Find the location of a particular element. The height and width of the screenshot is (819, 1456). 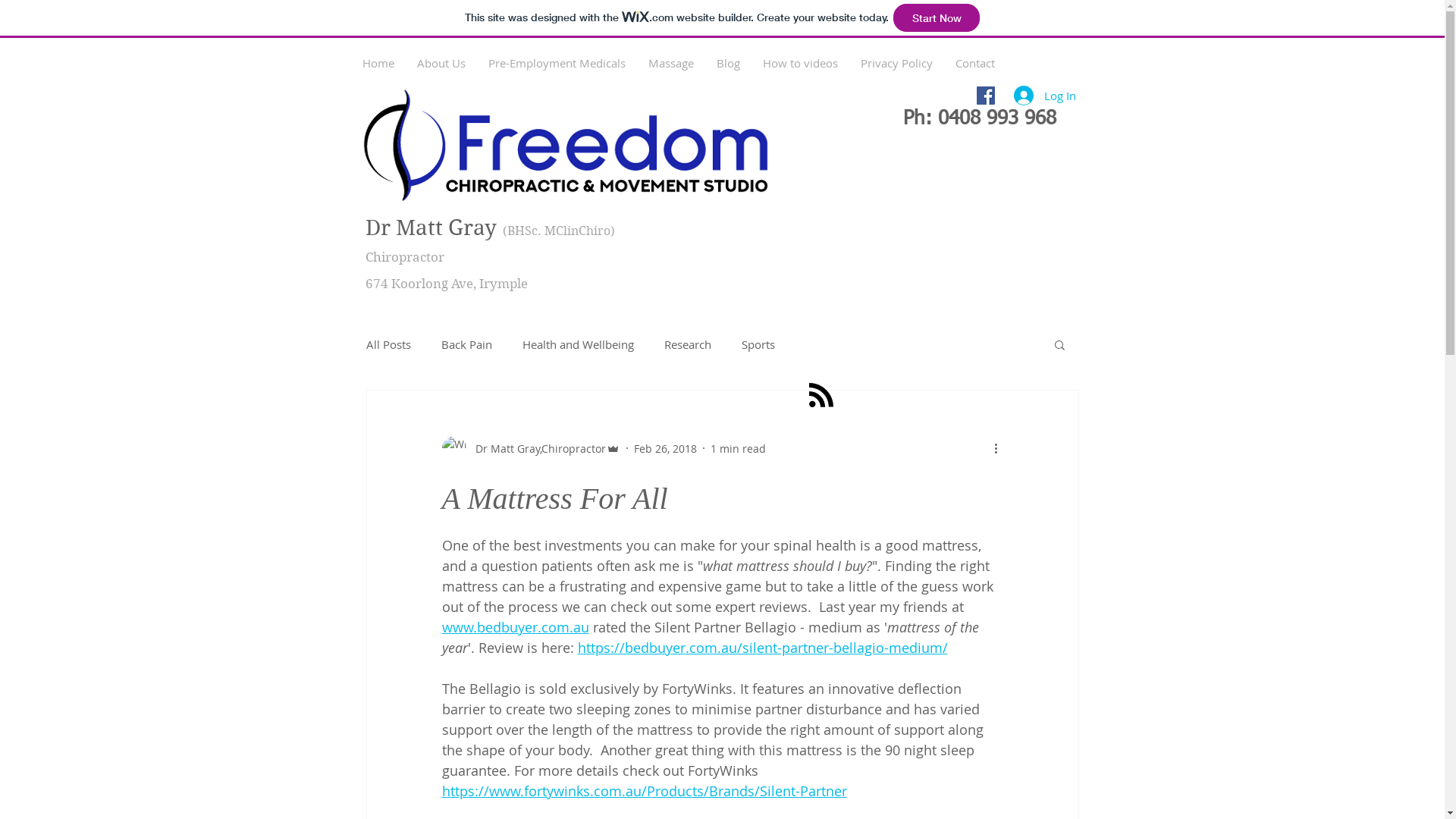

'https://www.fortywinks.com.au/Products/Brands/Silent-Partner' is located at coordinates (644, 789).